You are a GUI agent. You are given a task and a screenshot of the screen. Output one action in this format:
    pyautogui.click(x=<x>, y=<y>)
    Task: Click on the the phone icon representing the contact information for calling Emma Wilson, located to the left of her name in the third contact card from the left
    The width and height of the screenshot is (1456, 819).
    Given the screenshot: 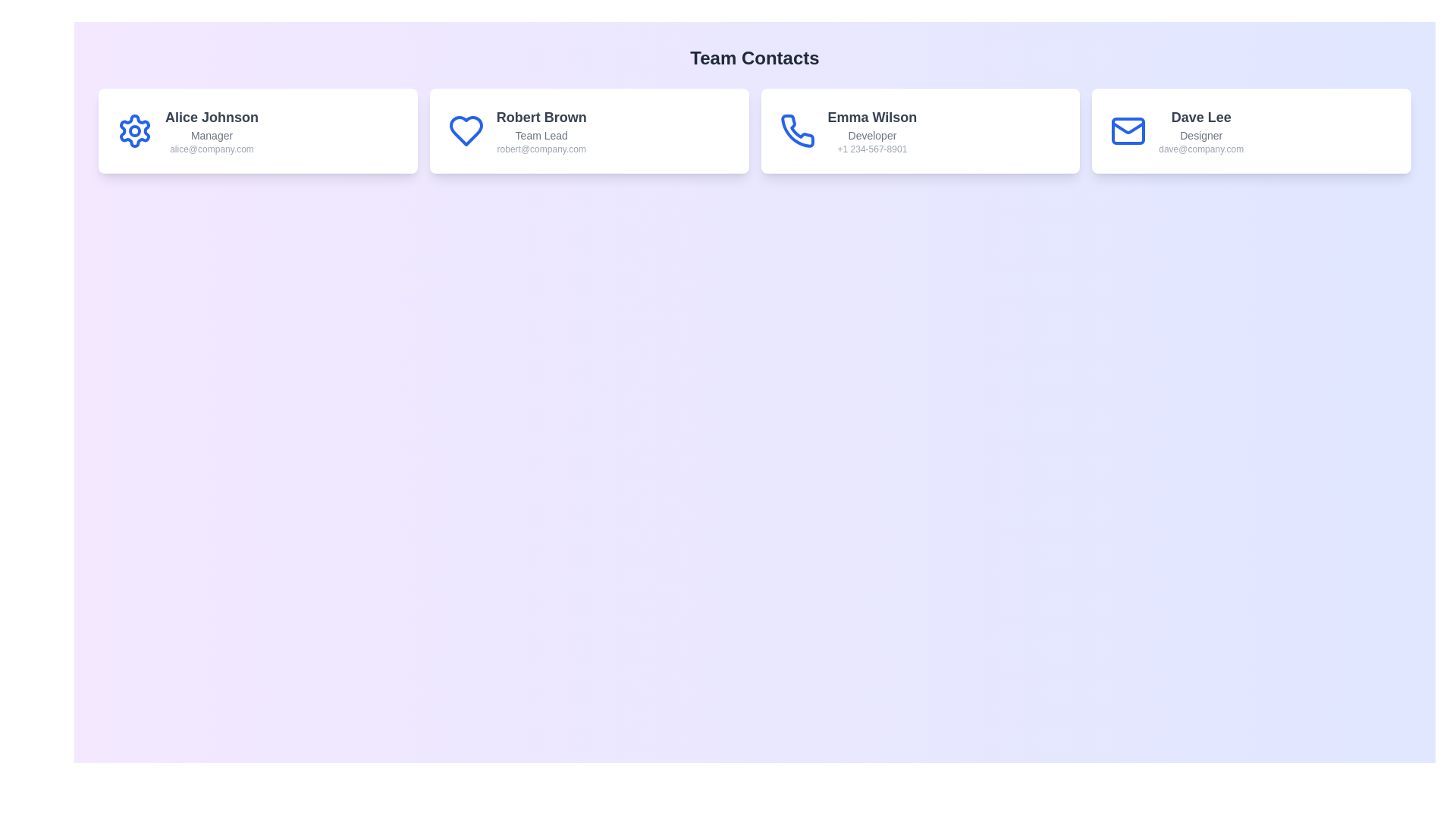 What is the action you would take?
    pyautogui.click(x=796, y=130)
    